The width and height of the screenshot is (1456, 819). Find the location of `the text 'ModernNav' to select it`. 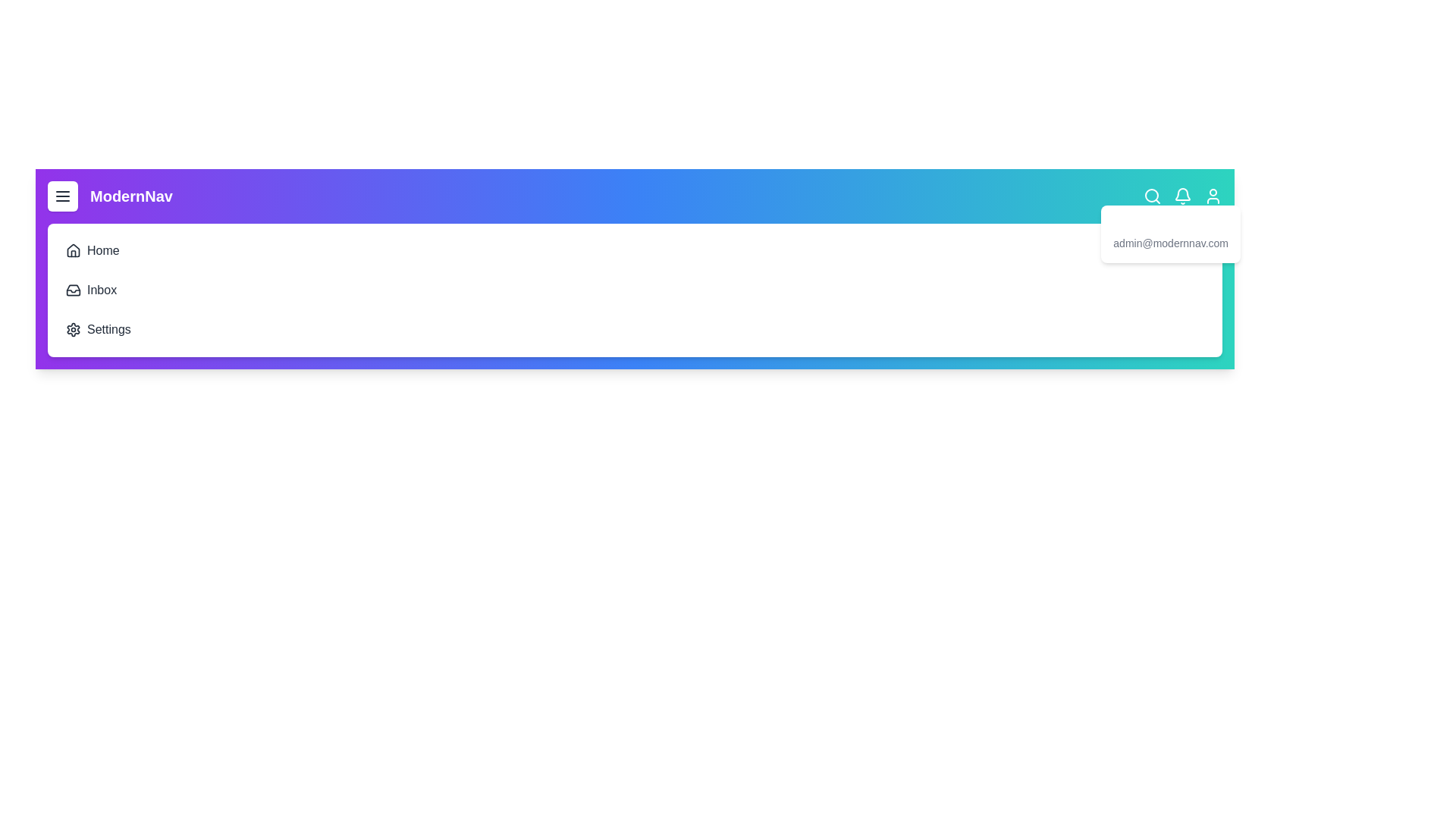

the text 'ModernNav' to select it is located at coordinates (108, 195).